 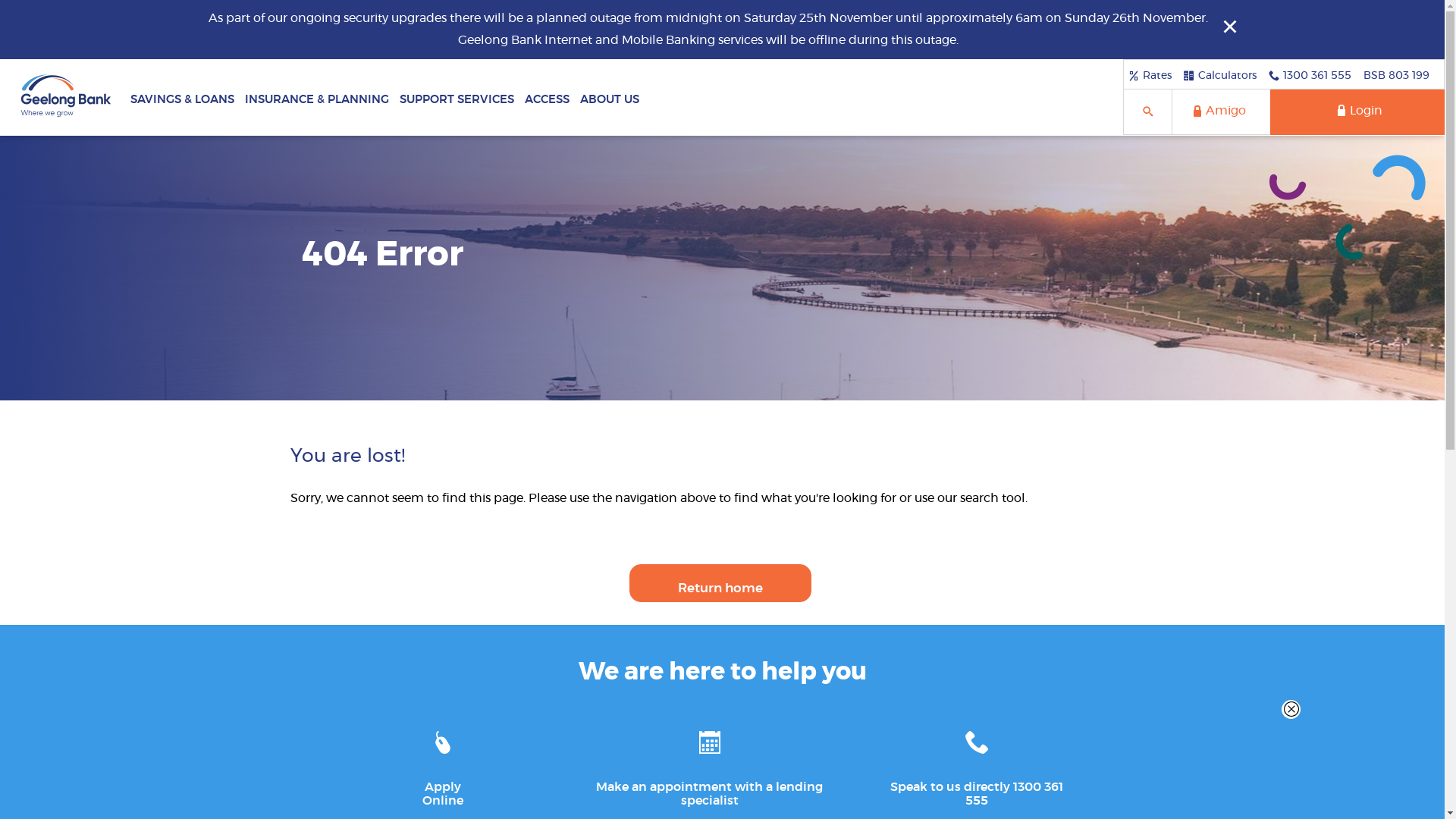 I want to click on 'SUPPORT SERVICES', so click(x=456, y=96).